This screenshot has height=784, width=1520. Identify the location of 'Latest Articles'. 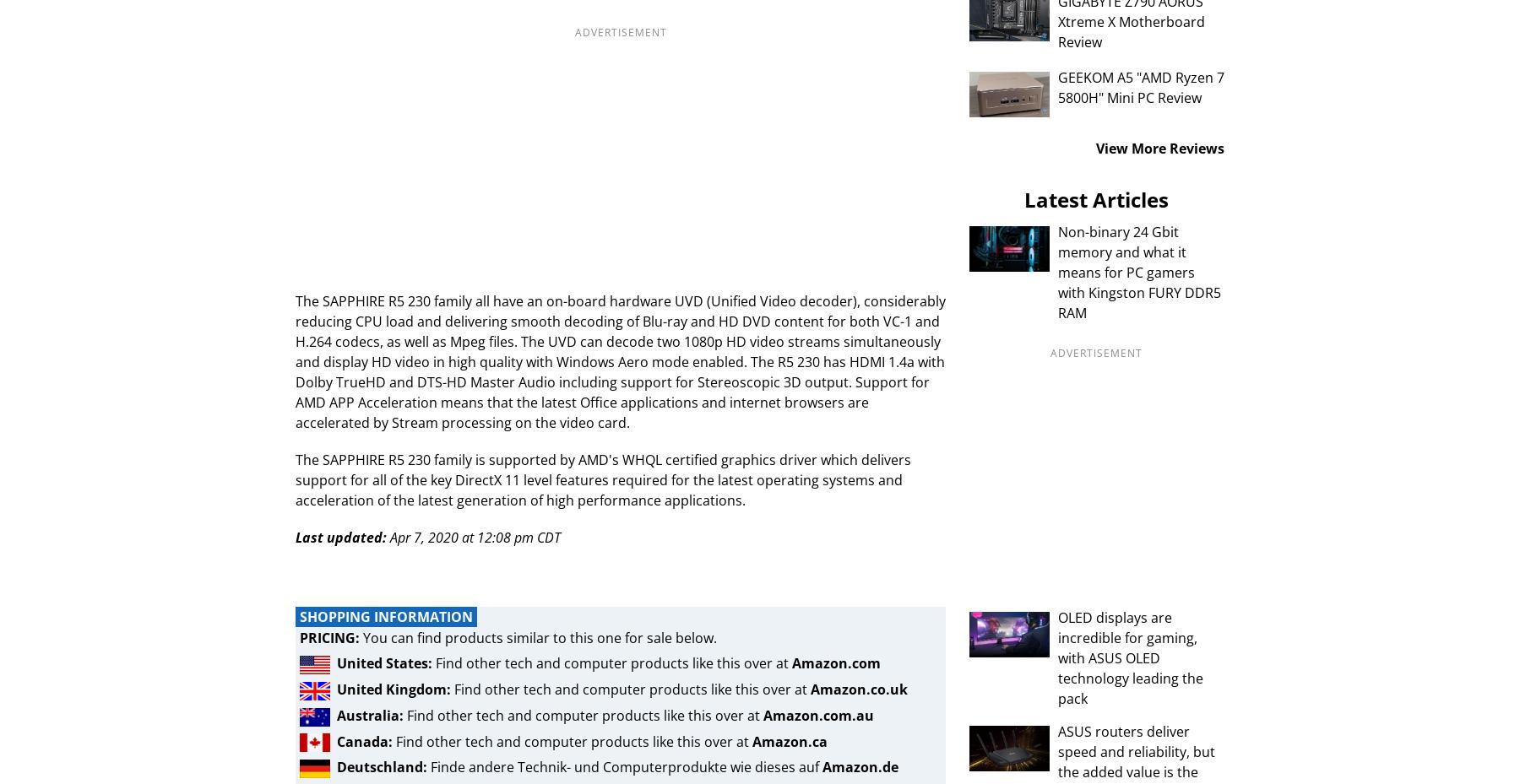
(1096, 198).